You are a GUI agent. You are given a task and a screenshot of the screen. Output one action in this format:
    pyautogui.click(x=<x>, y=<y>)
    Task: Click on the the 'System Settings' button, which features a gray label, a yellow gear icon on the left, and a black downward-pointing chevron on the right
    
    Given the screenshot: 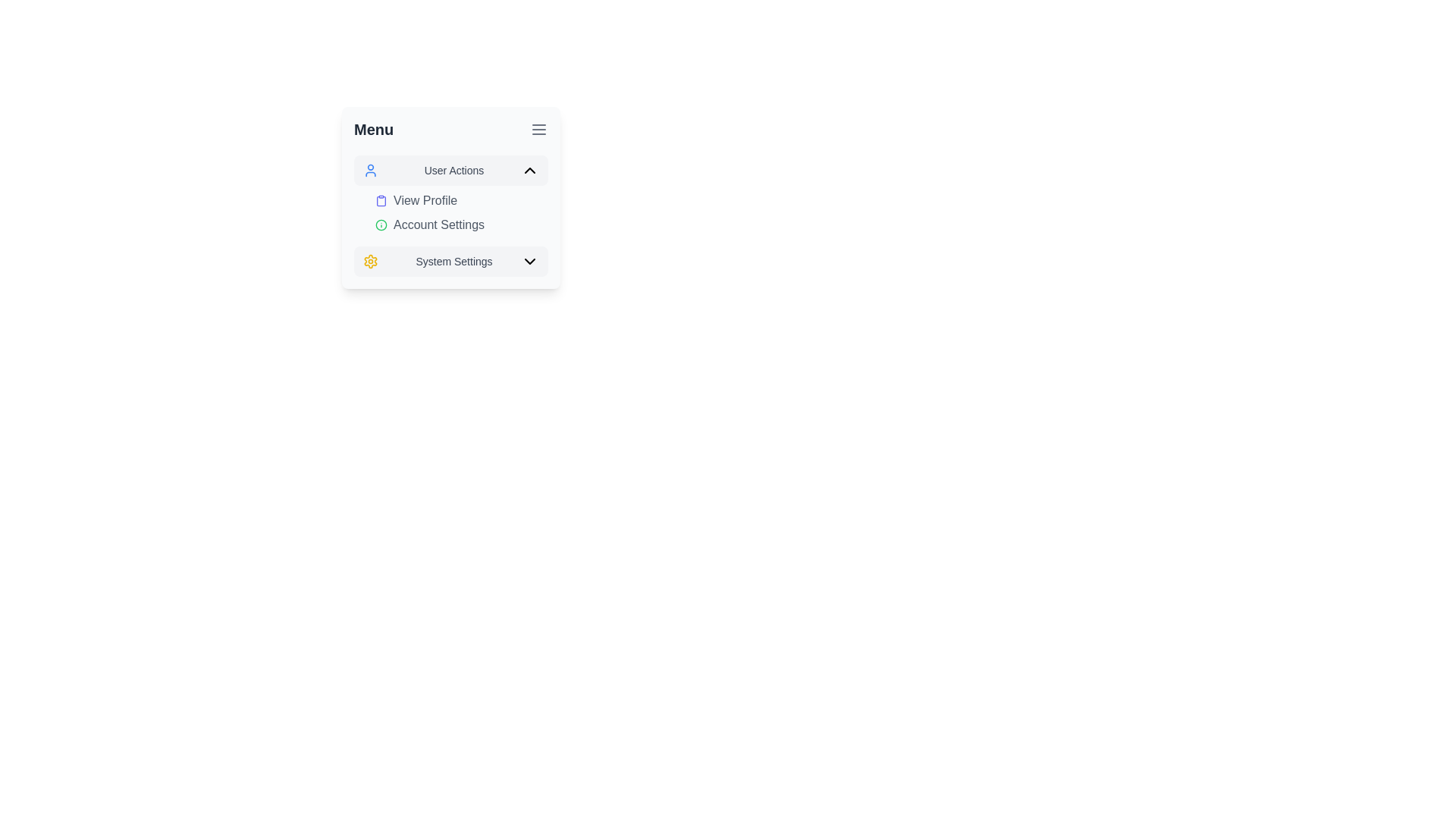 What is the action you would take?
    pyautogui.click(x=450, y=260)
    